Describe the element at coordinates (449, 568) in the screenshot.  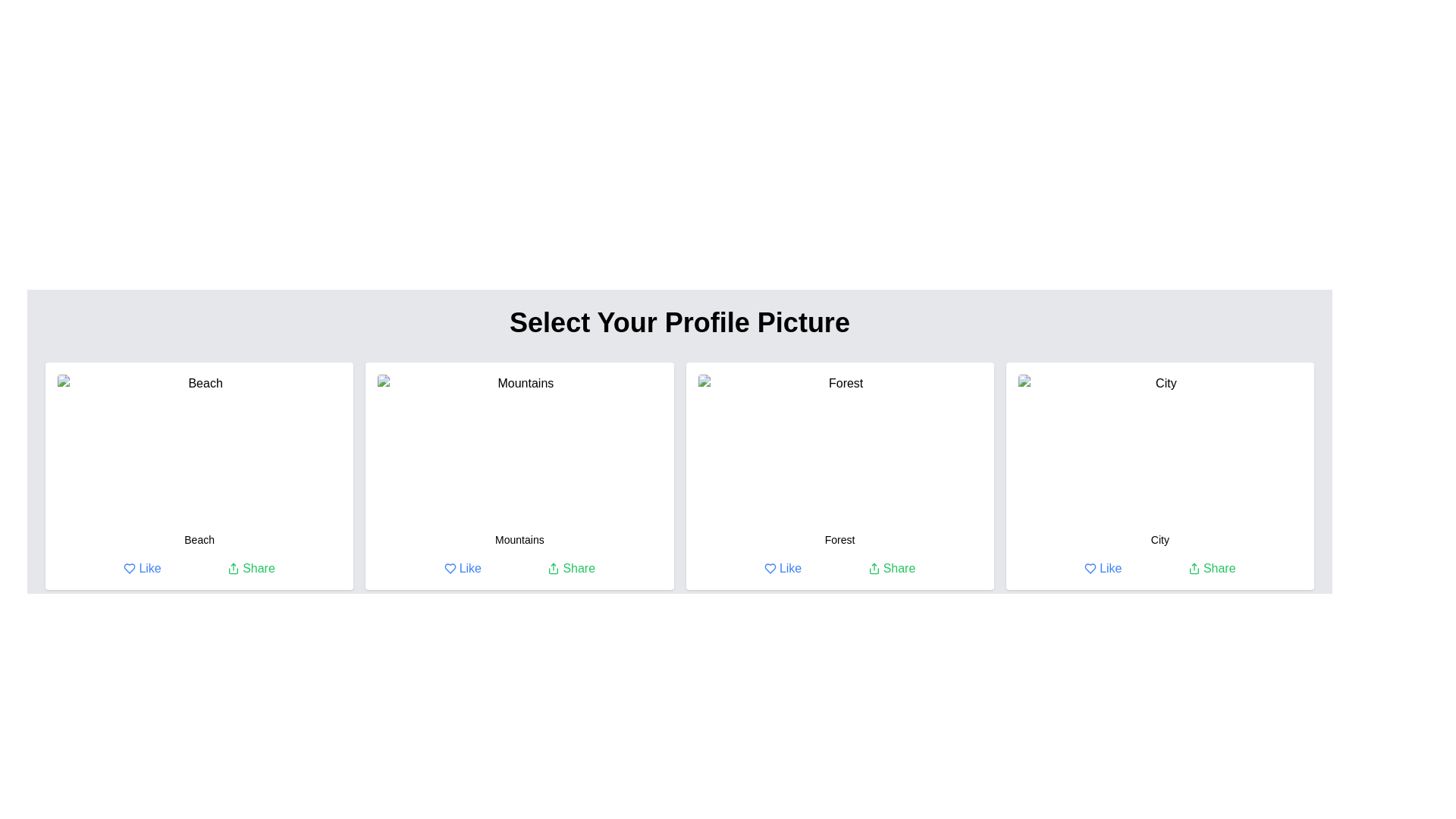
I see `the heart icon located within the 'Like' button group, positioned at the left side of the 'Like' text under the 'Mountains' section` at that location.